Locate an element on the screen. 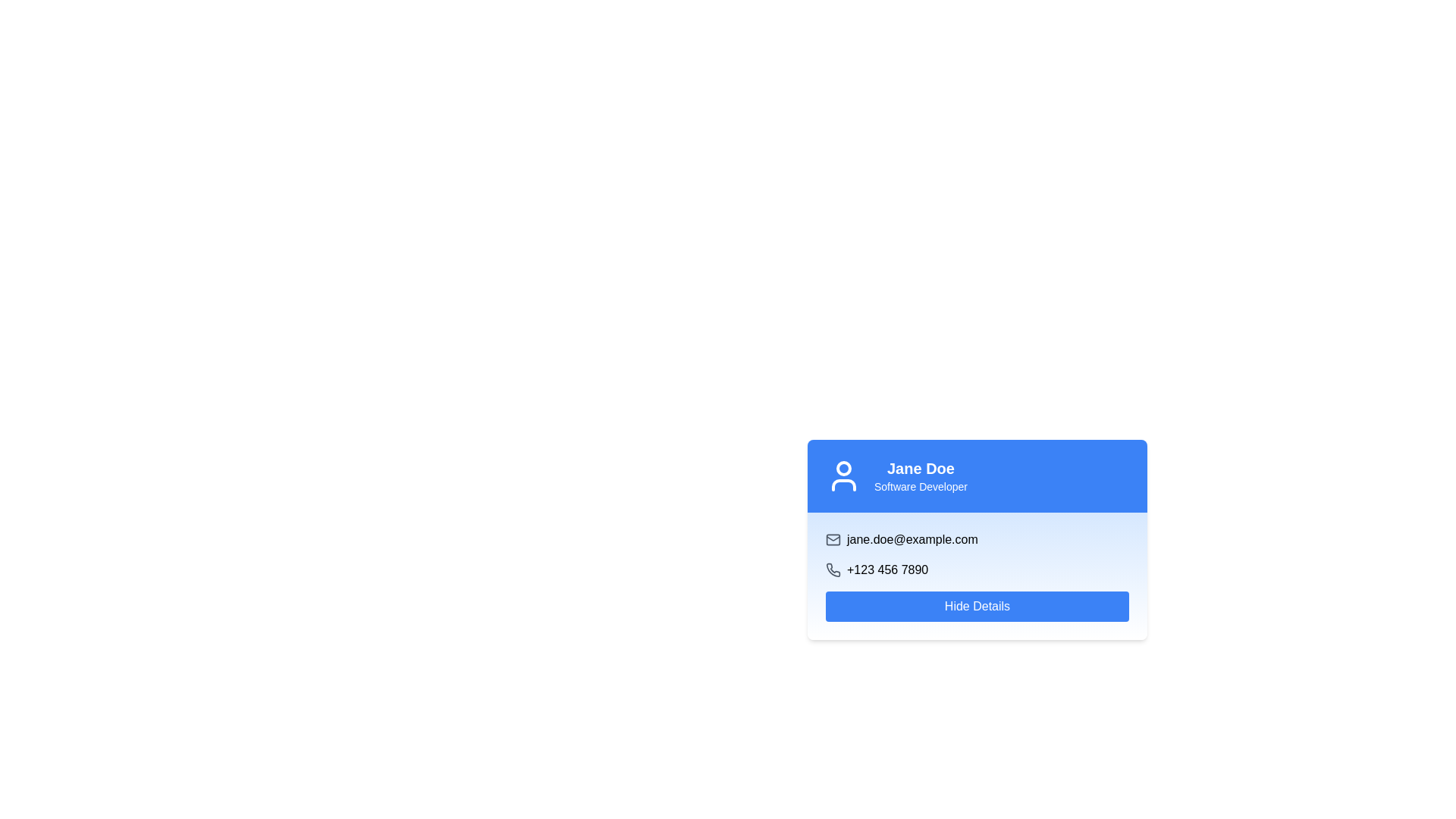 This screenshot has width=1456, height=819. the text label displaying 'jane.doe@example.com' located below the title 'Jane Doe' in the card layout is located at coordinates (912, 539).